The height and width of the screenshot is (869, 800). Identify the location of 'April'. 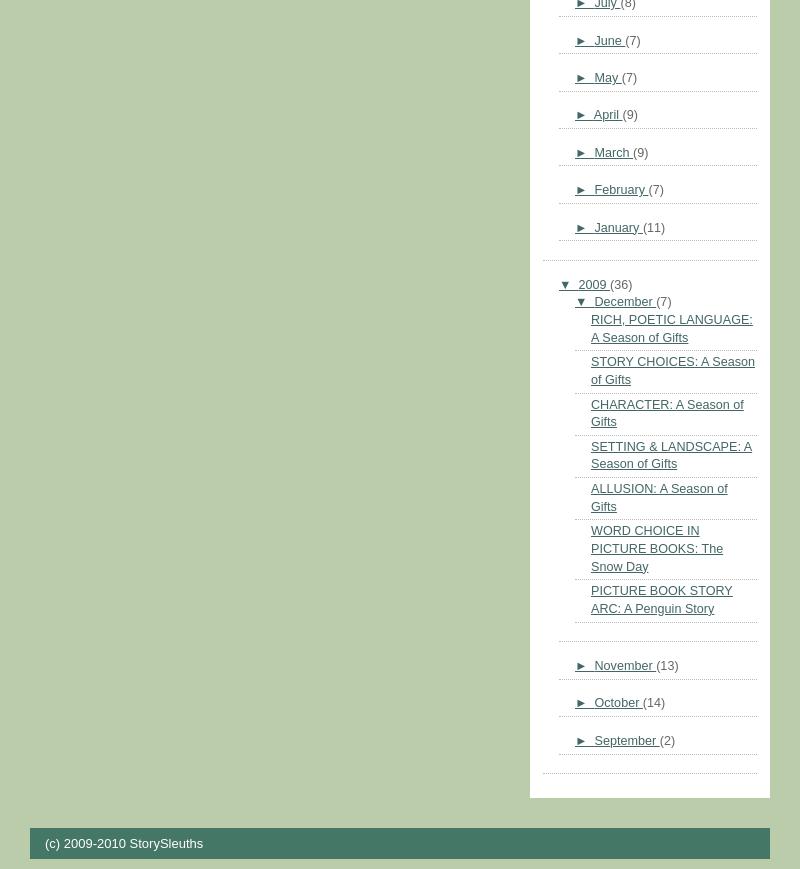
(591, 113).